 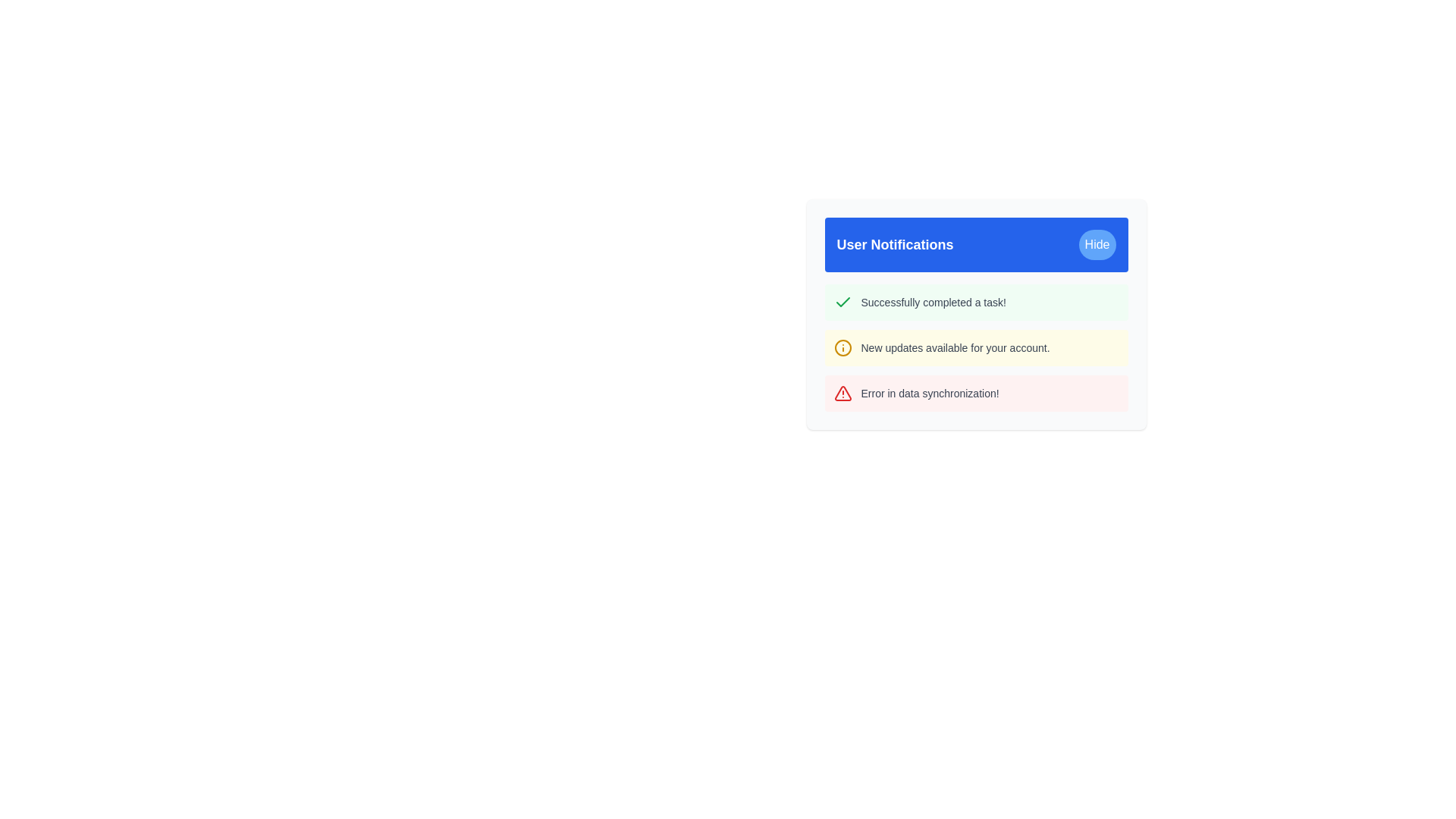 I want to click on the title label of the notifications section, which is located in the upper-left part of the notification box, aligned to the left of the 'Hide' element, so click(x=895, y=244).